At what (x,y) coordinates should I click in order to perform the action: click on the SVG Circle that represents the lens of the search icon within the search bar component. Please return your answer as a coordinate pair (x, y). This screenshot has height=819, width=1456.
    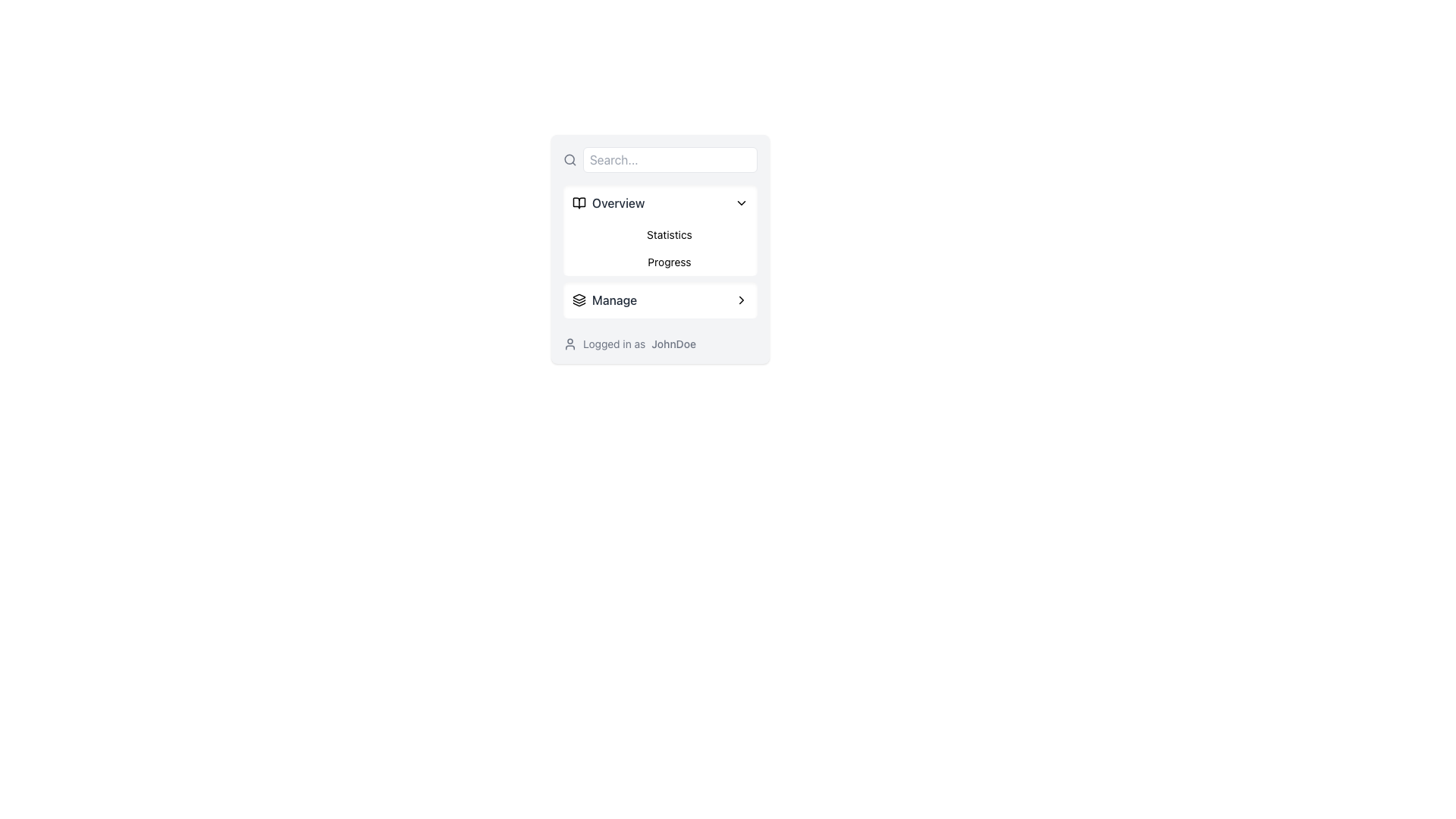
    Looking at the image, I should click on (569, 159).